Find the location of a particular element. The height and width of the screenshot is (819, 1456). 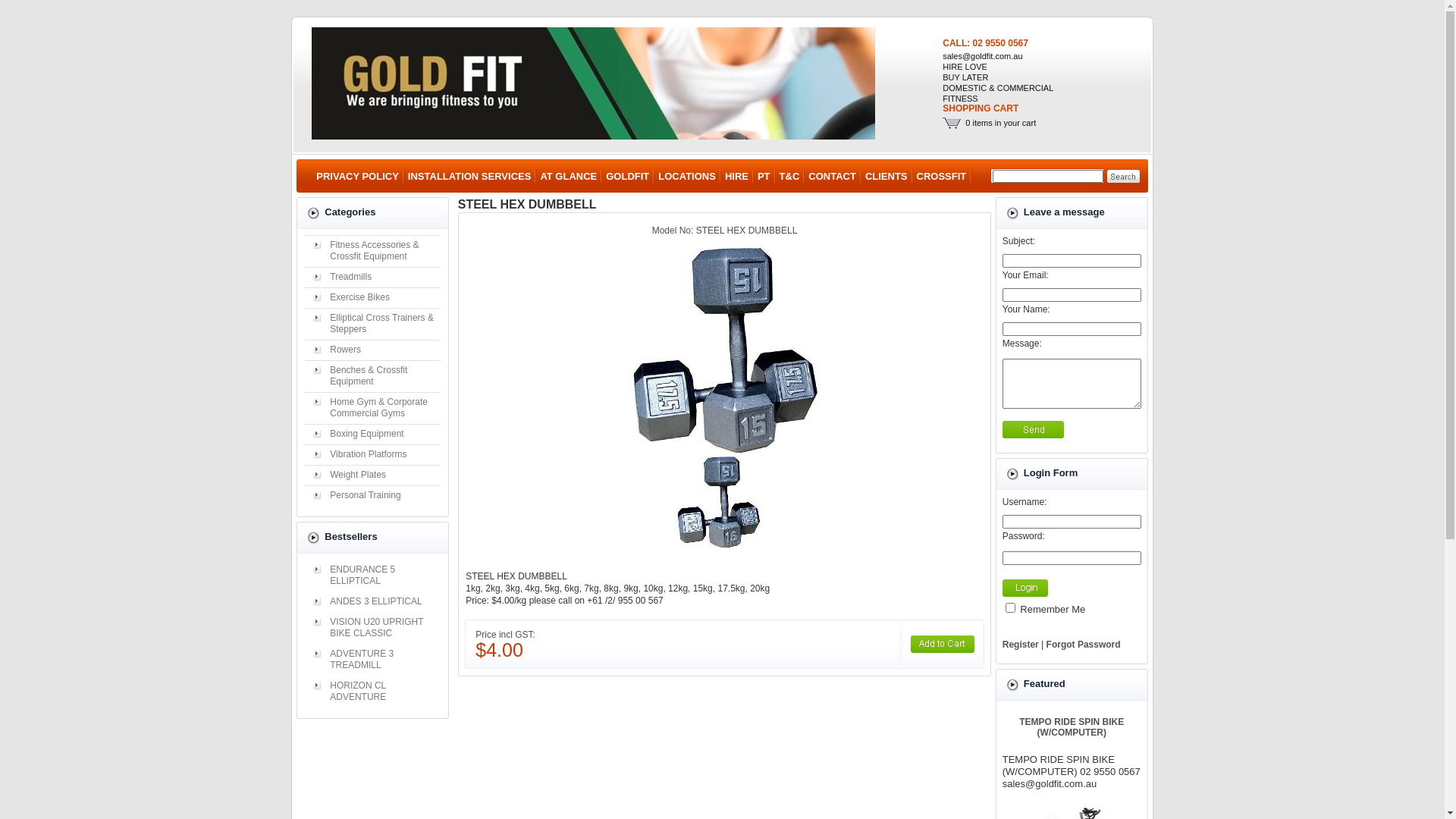

'VISION U20 UPRIGHT BIKE CLASSIC' is located at coordinates (304, 628).